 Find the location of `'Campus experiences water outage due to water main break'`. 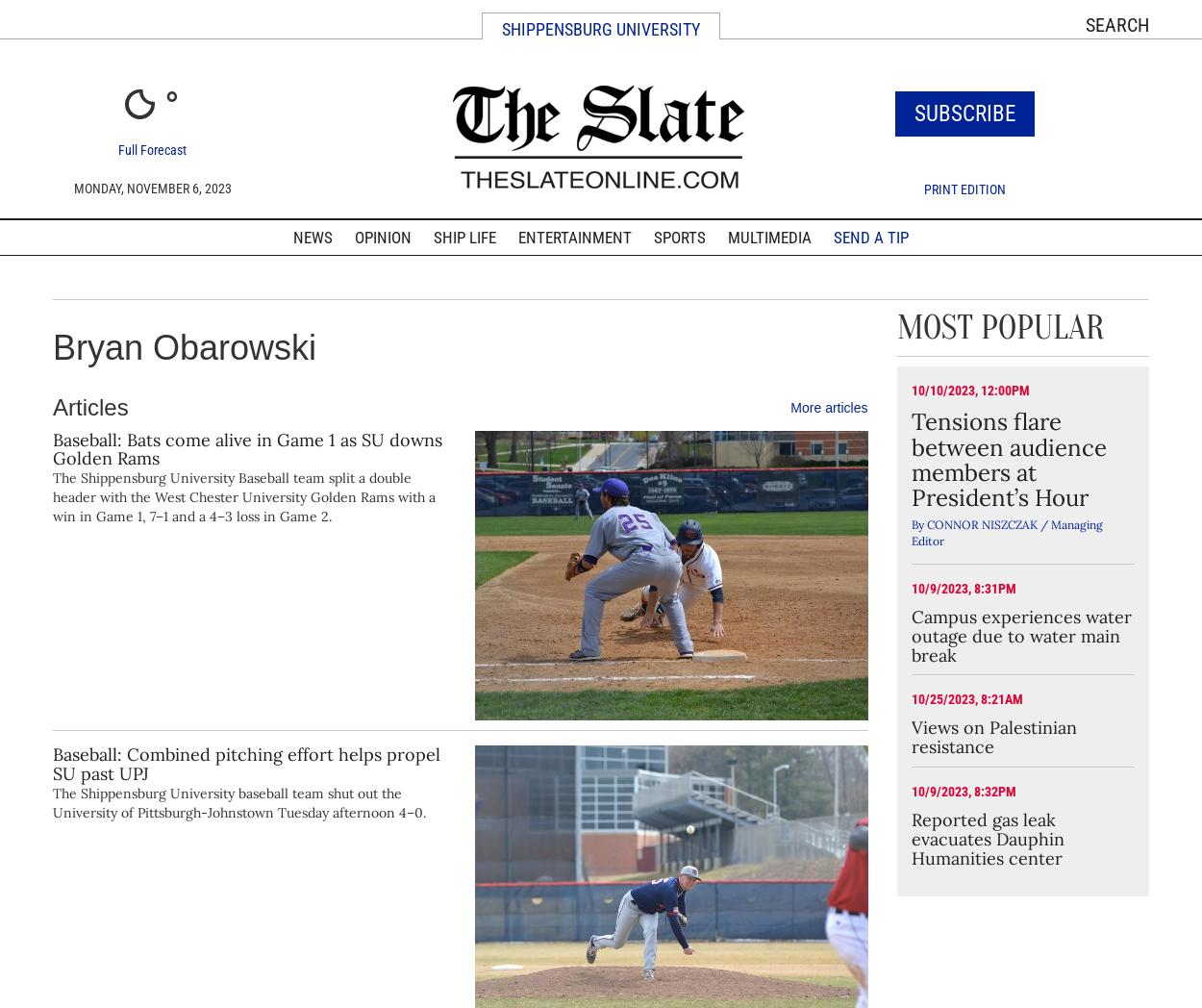

'Campus experiences water outage due to water main break' is located at coordinates (1020, 635).